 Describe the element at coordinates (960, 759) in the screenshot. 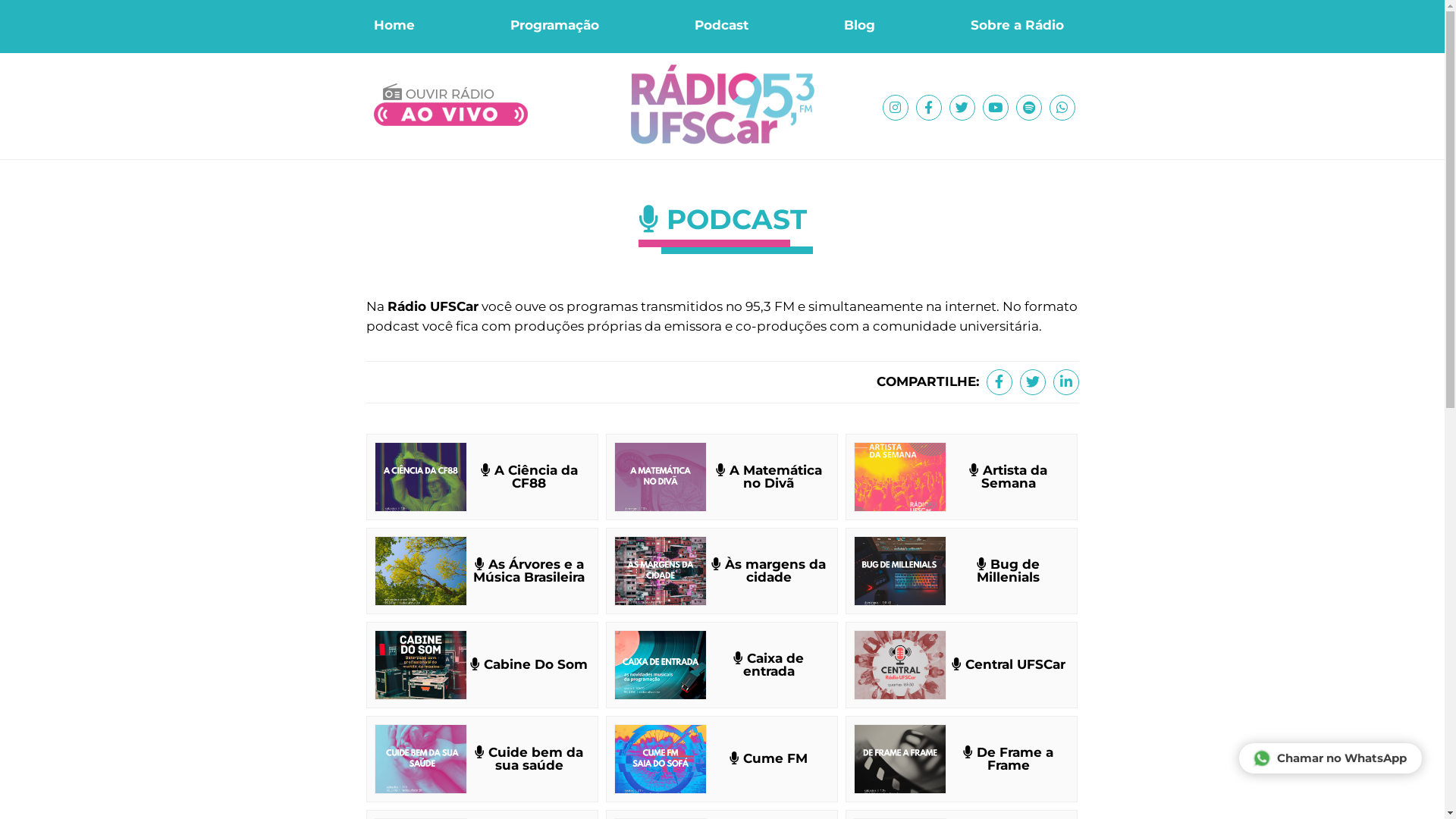

I see `'De Frame a Frame'` at that location.